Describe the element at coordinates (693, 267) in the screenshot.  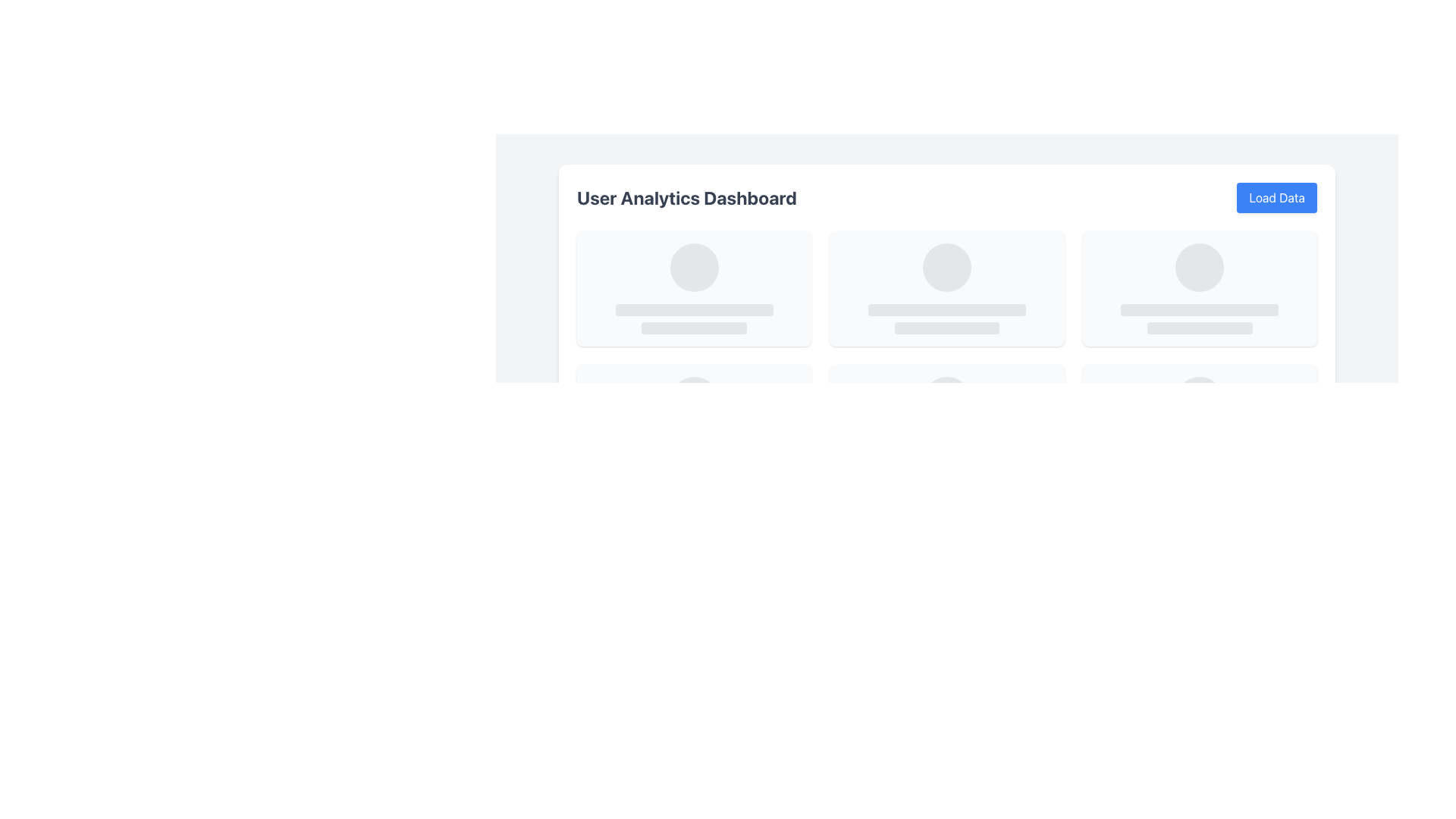
I see `the Placeholder Avatar element, which serves as a visual representation of an avatar or image slot in a dashboard or user profile context` at that location.